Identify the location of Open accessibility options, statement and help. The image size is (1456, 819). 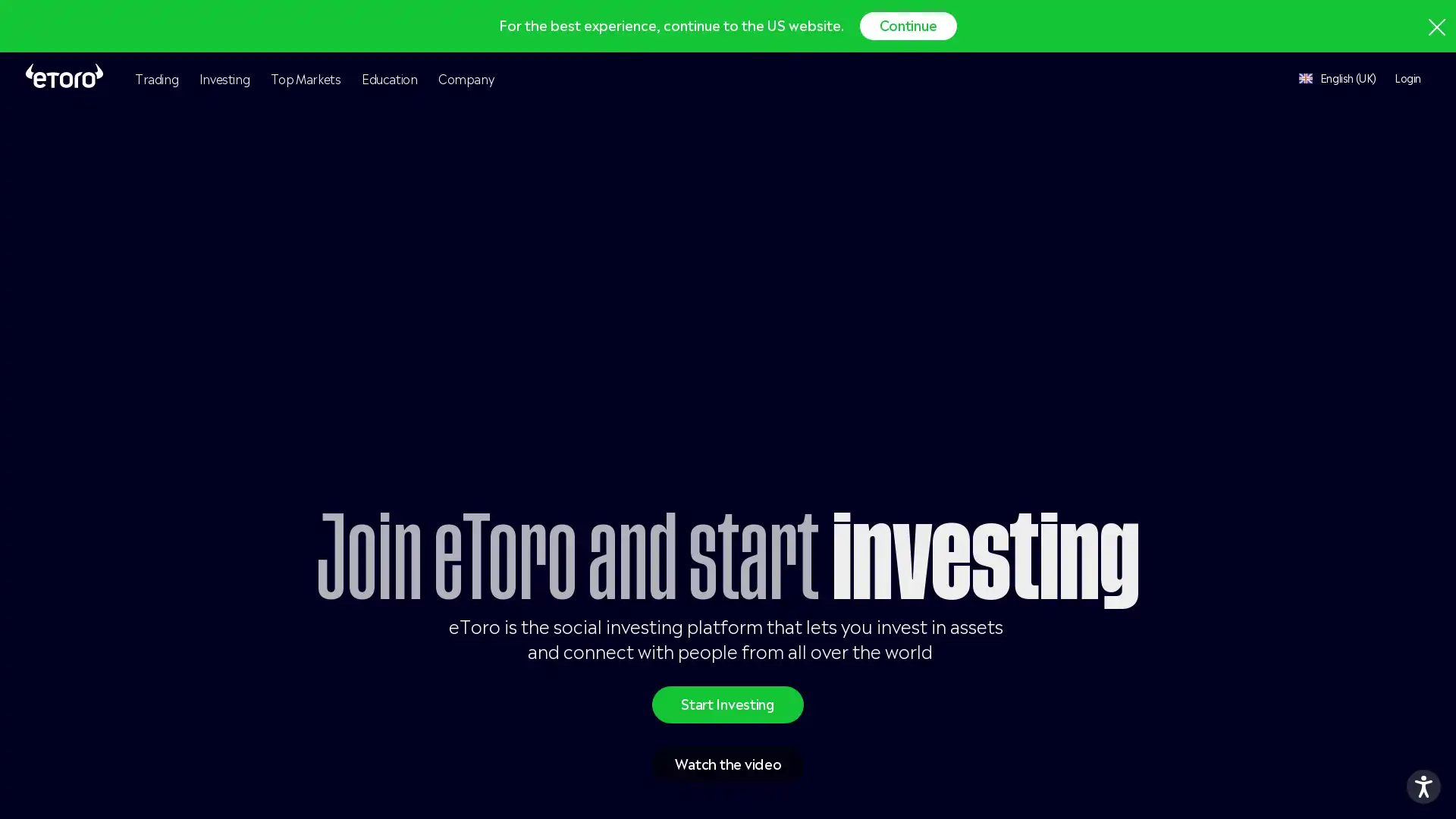
(1423, 786).